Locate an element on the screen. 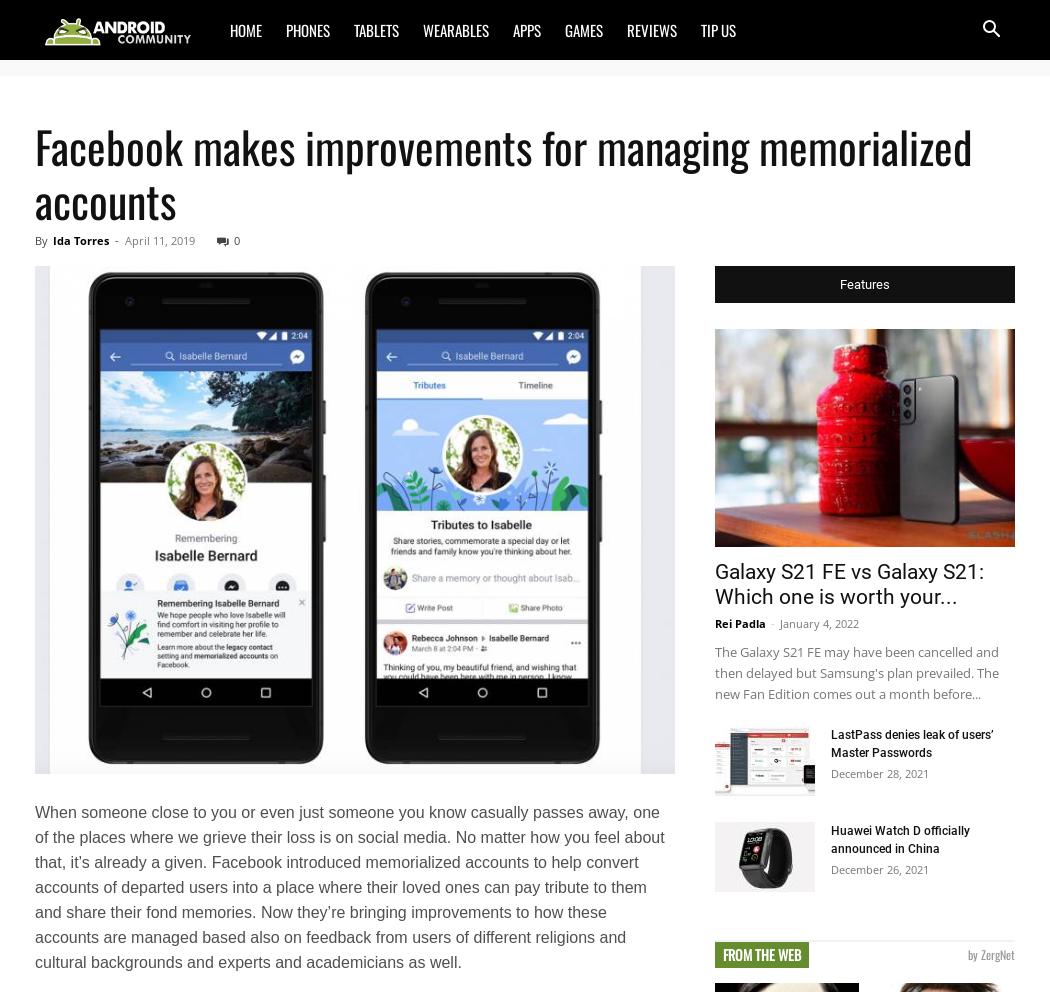  'January 4, 2022' is located at coordinates (818, 622).